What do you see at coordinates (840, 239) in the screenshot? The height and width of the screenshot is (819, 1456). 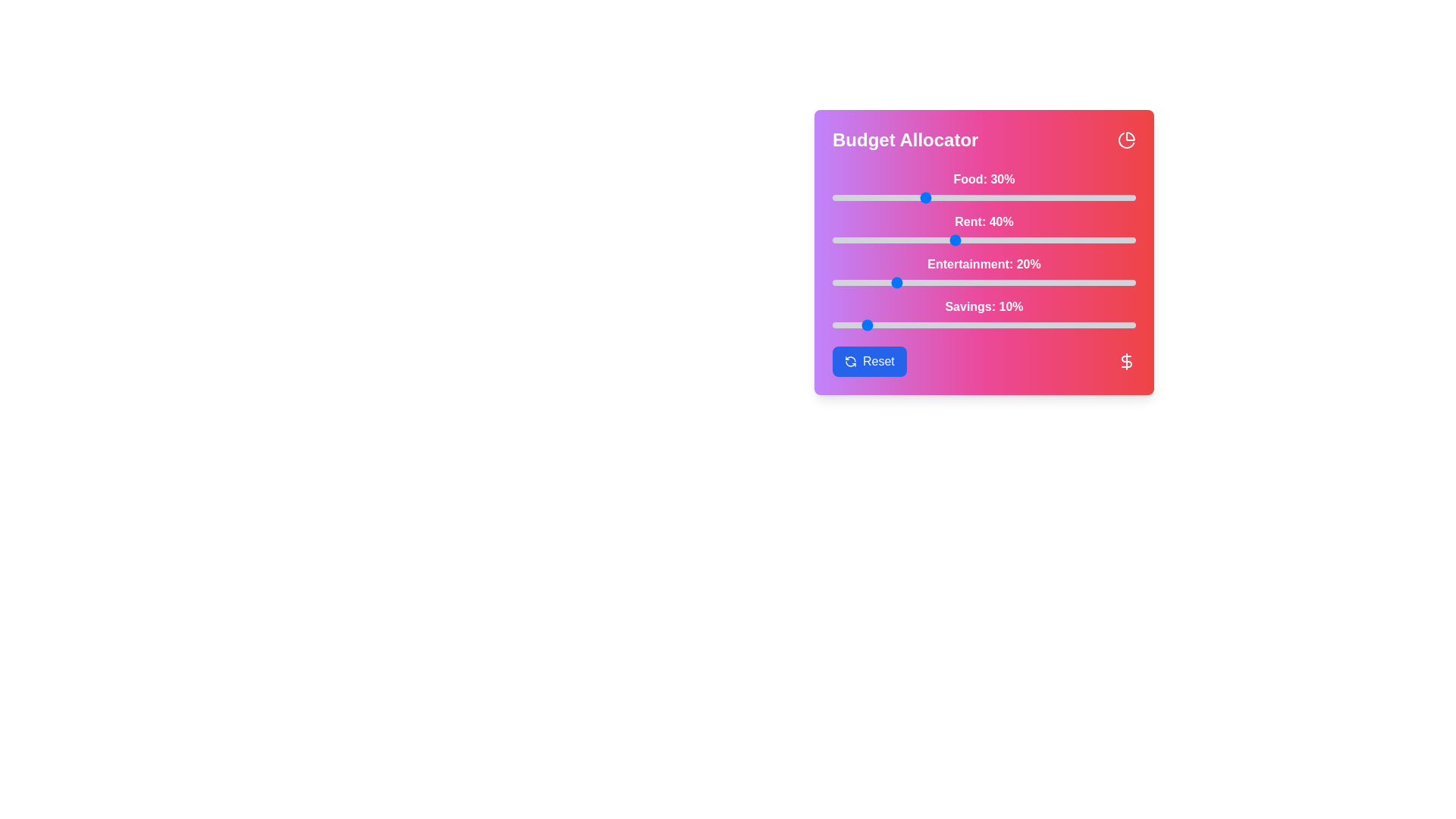 I see `the rent slider` at bounding box center [840, 239].